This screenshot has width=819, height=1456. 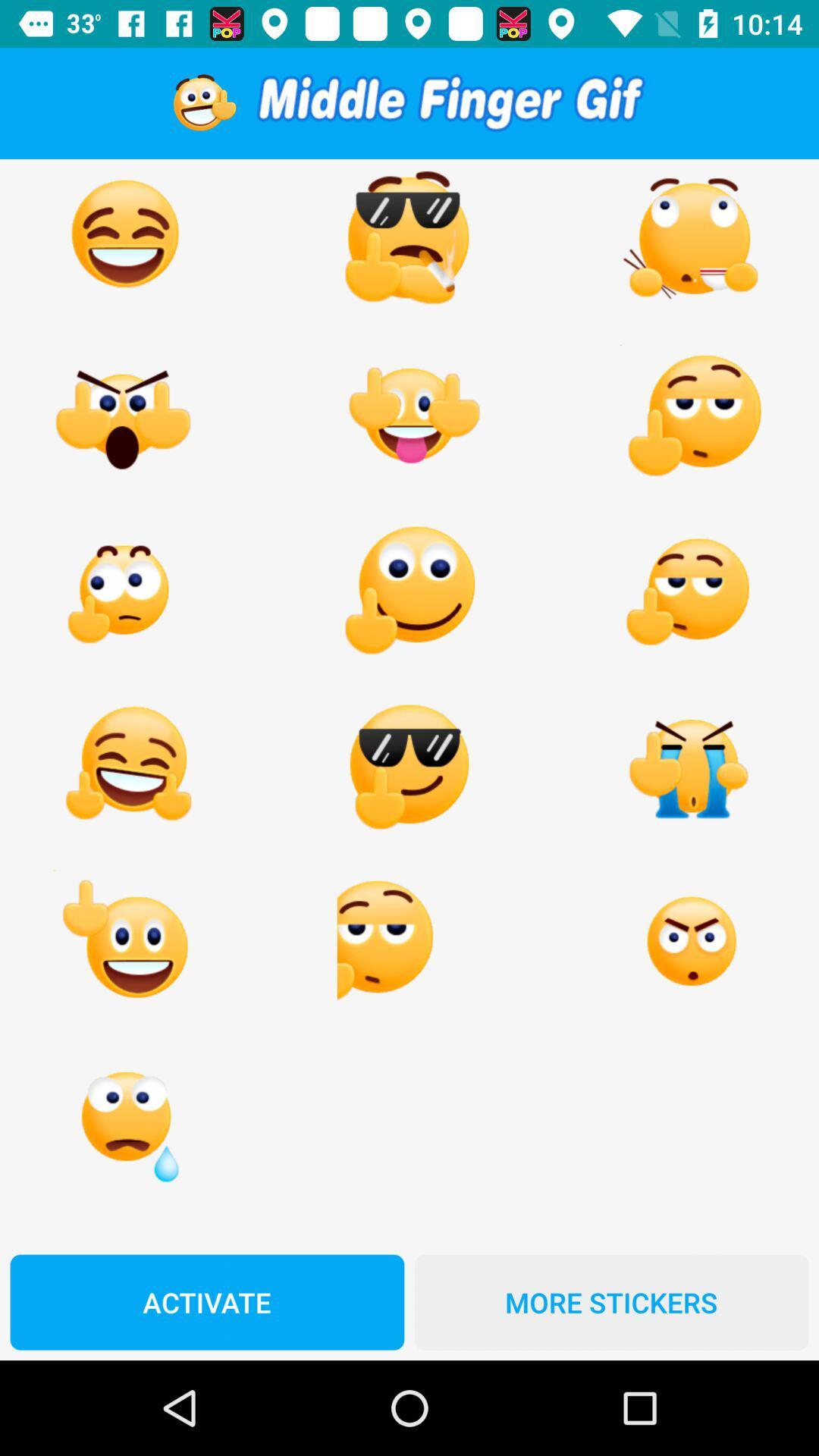 I want to click on first emoji in fourth row of the page, so click(x=124, y=767).